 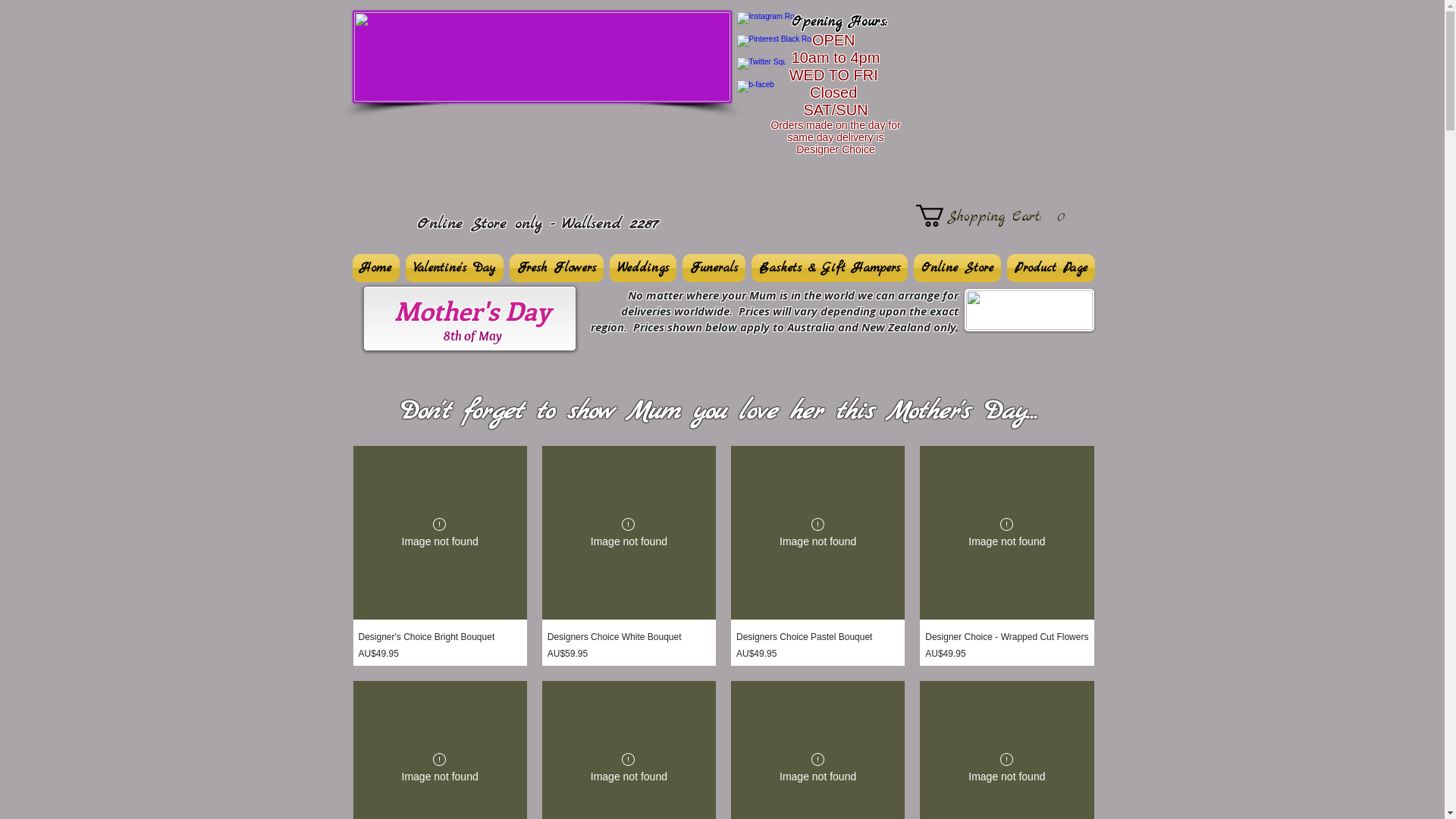 I want to click on 'Funerals', so click(x=713, y=267).